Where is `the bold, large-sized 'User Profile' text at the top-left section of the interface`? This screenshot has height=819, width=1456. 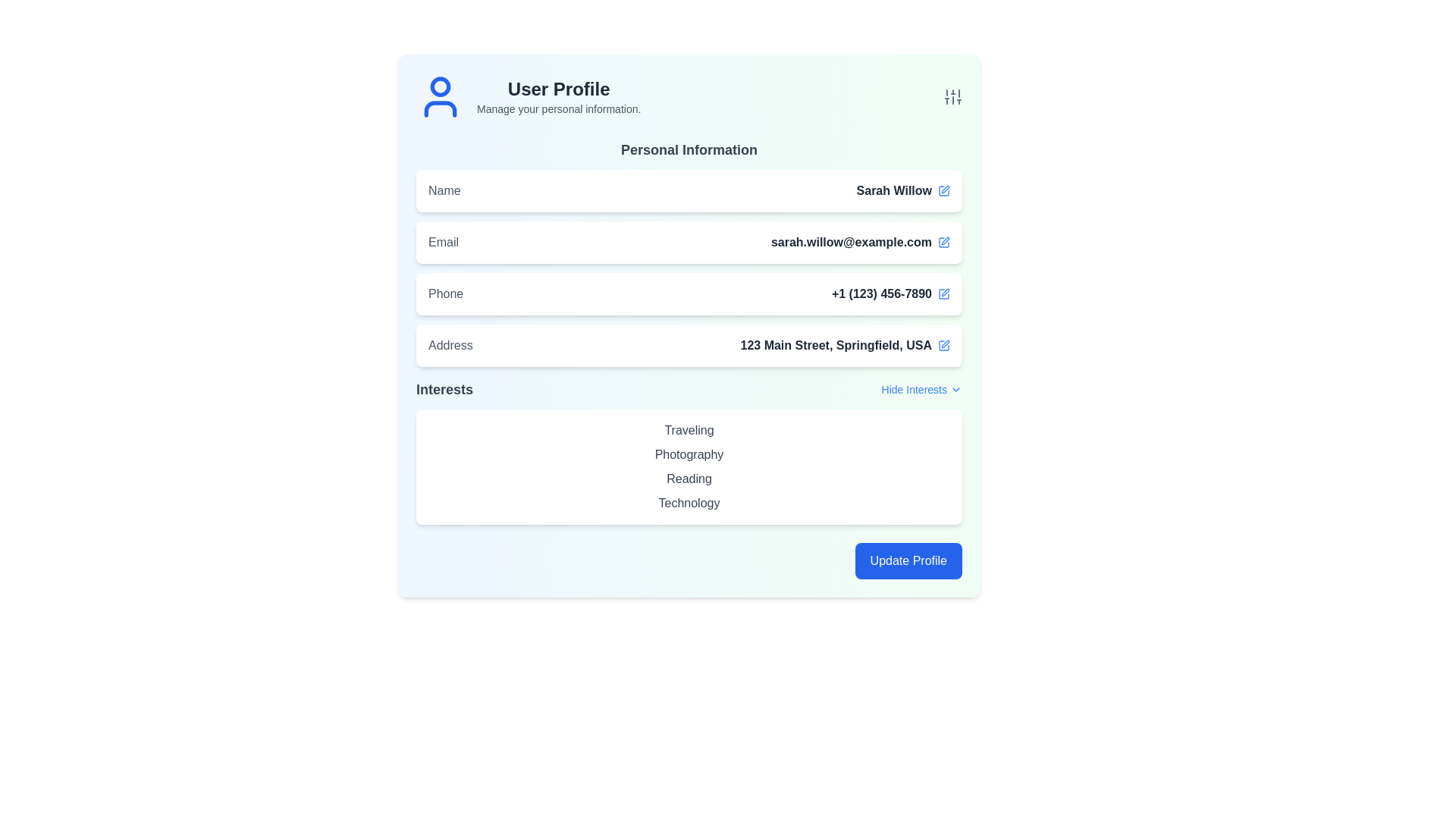
the bold, large-sized 'User Profile' text at the top-left section of the interface is located at coordinates (558, 89).